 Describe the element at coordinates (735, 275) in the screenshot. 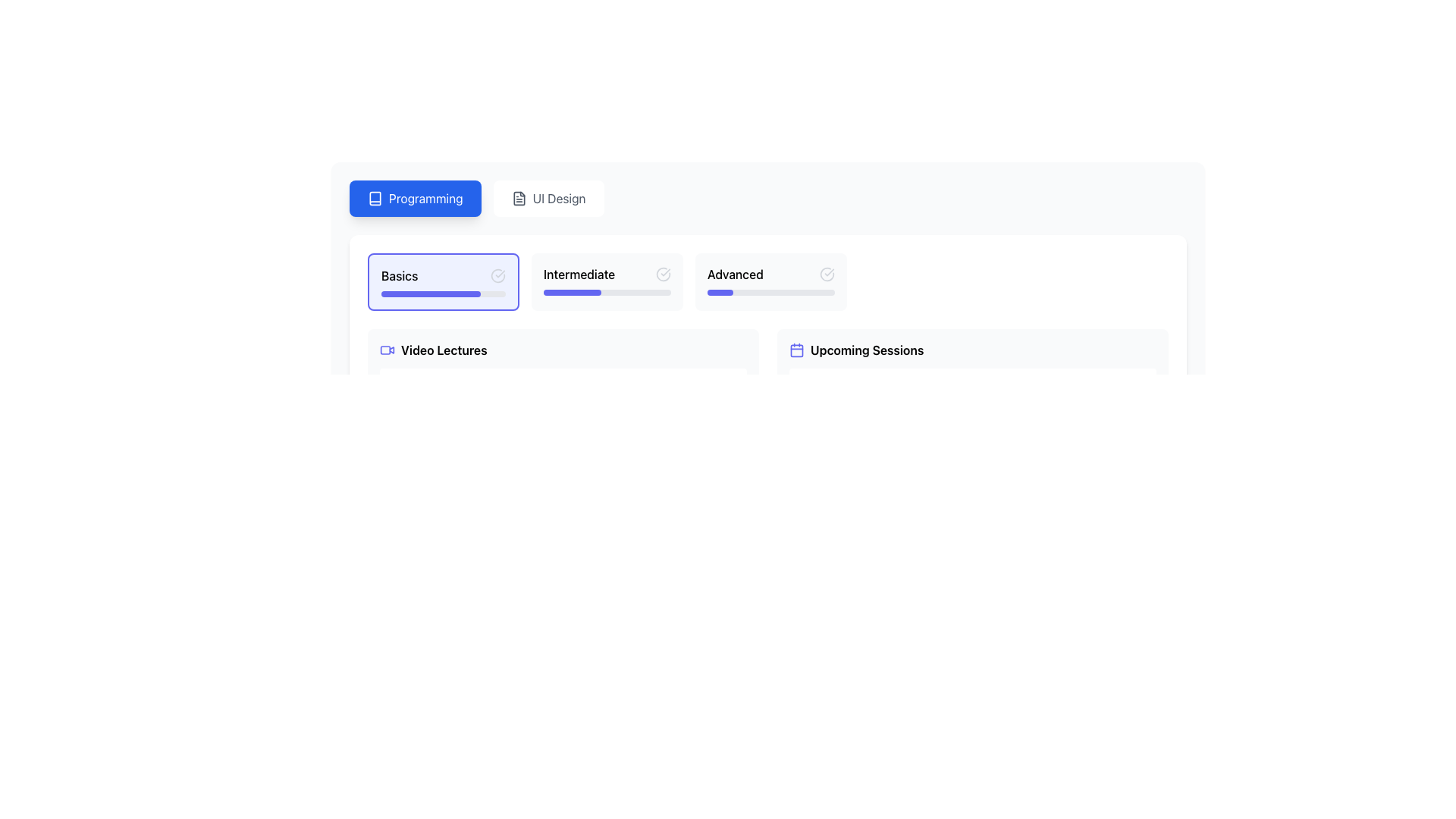

I see `the informational Text label indicating an advanced level or category, positioned at the far right of the horizontal arrangement with 'Basics' and 'Intermediate'` at that location.